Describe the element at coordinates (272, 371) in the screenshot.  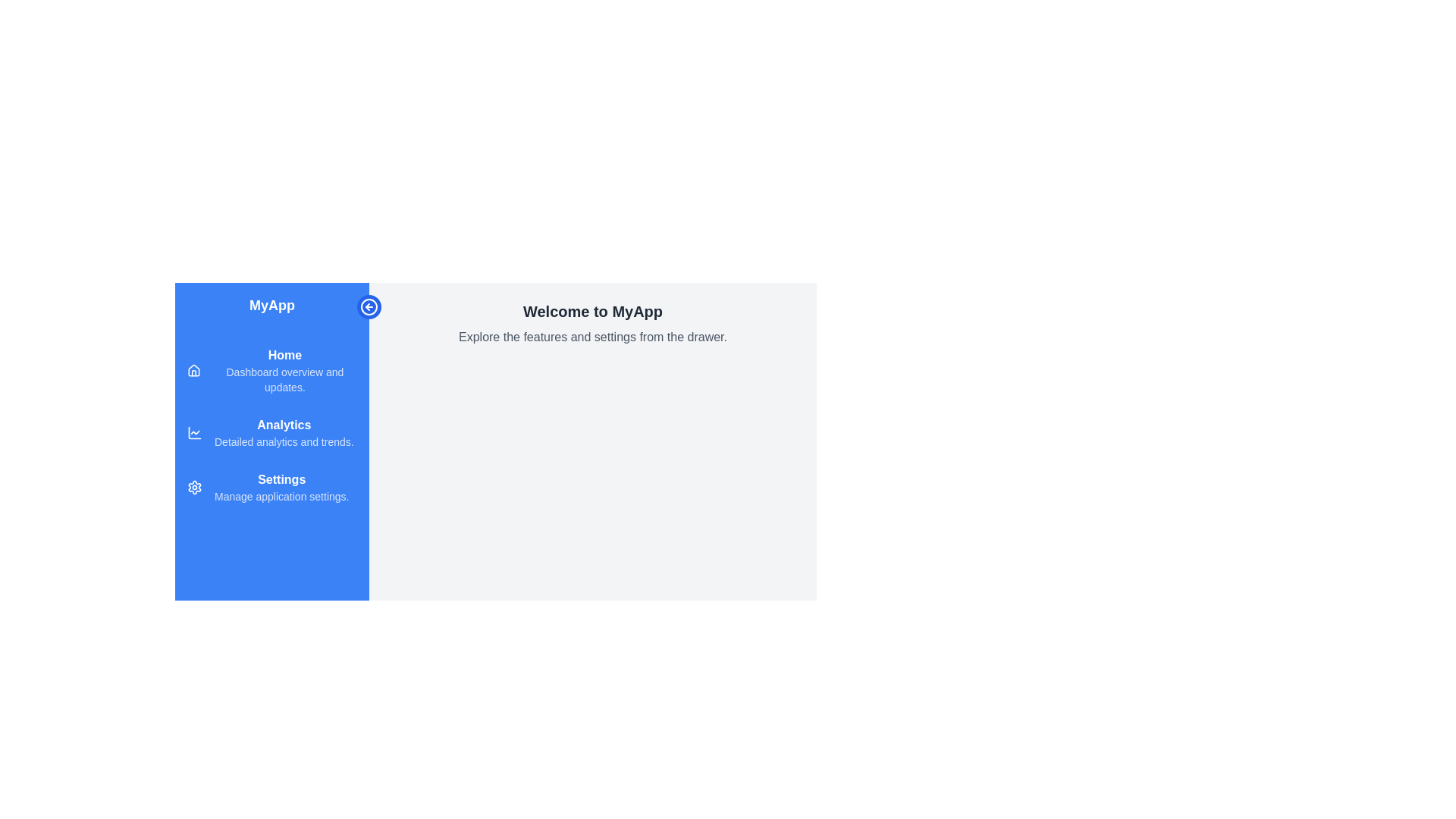
I see `the menu item Home to navigate to the corresponding section` at that location.